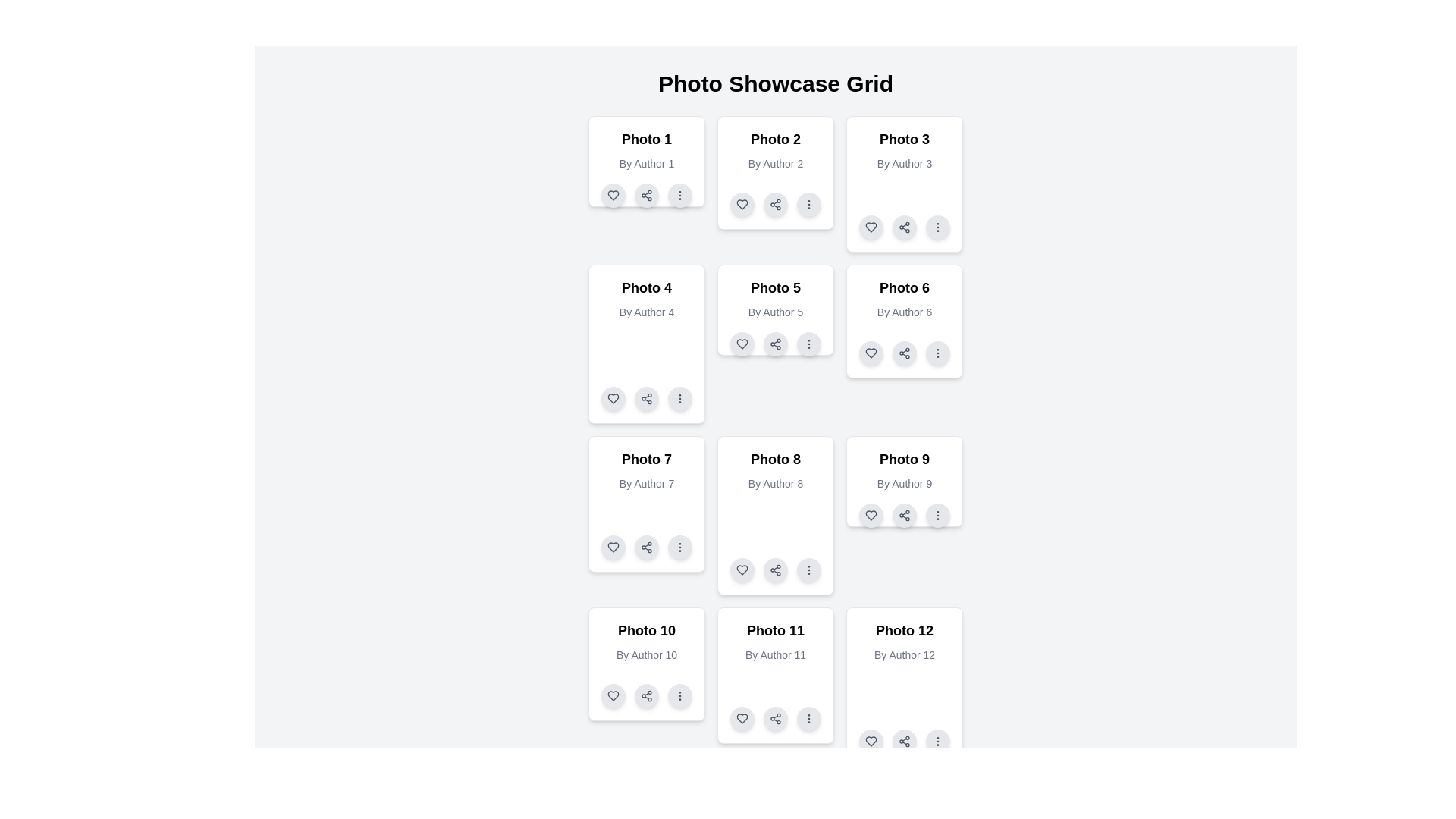 Image resolution: width=1456 pixels, height=819 pixels. What do you see at coordinates (613, 397) in the screenshot?
I see `the heart-shaped icon located` at bounding box center [613, 397].